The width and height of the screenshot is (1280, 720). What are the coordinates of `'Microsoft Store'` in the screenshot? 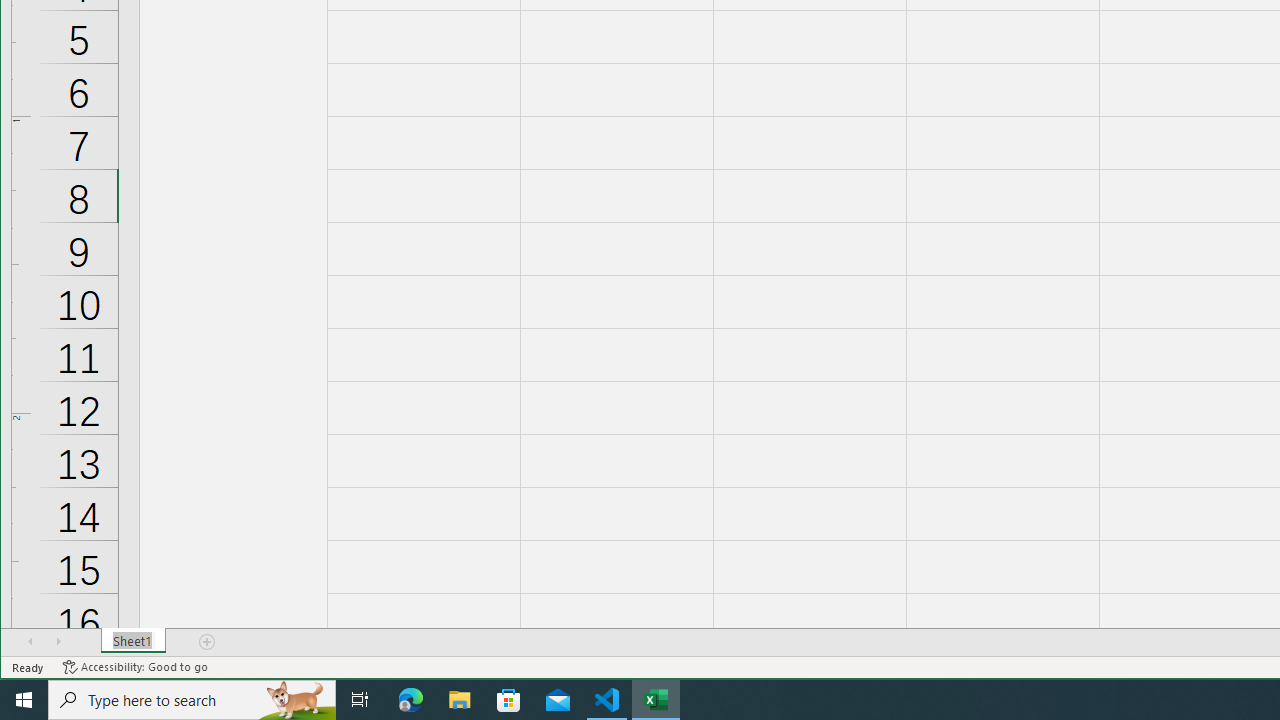 It's located at (509, 698).